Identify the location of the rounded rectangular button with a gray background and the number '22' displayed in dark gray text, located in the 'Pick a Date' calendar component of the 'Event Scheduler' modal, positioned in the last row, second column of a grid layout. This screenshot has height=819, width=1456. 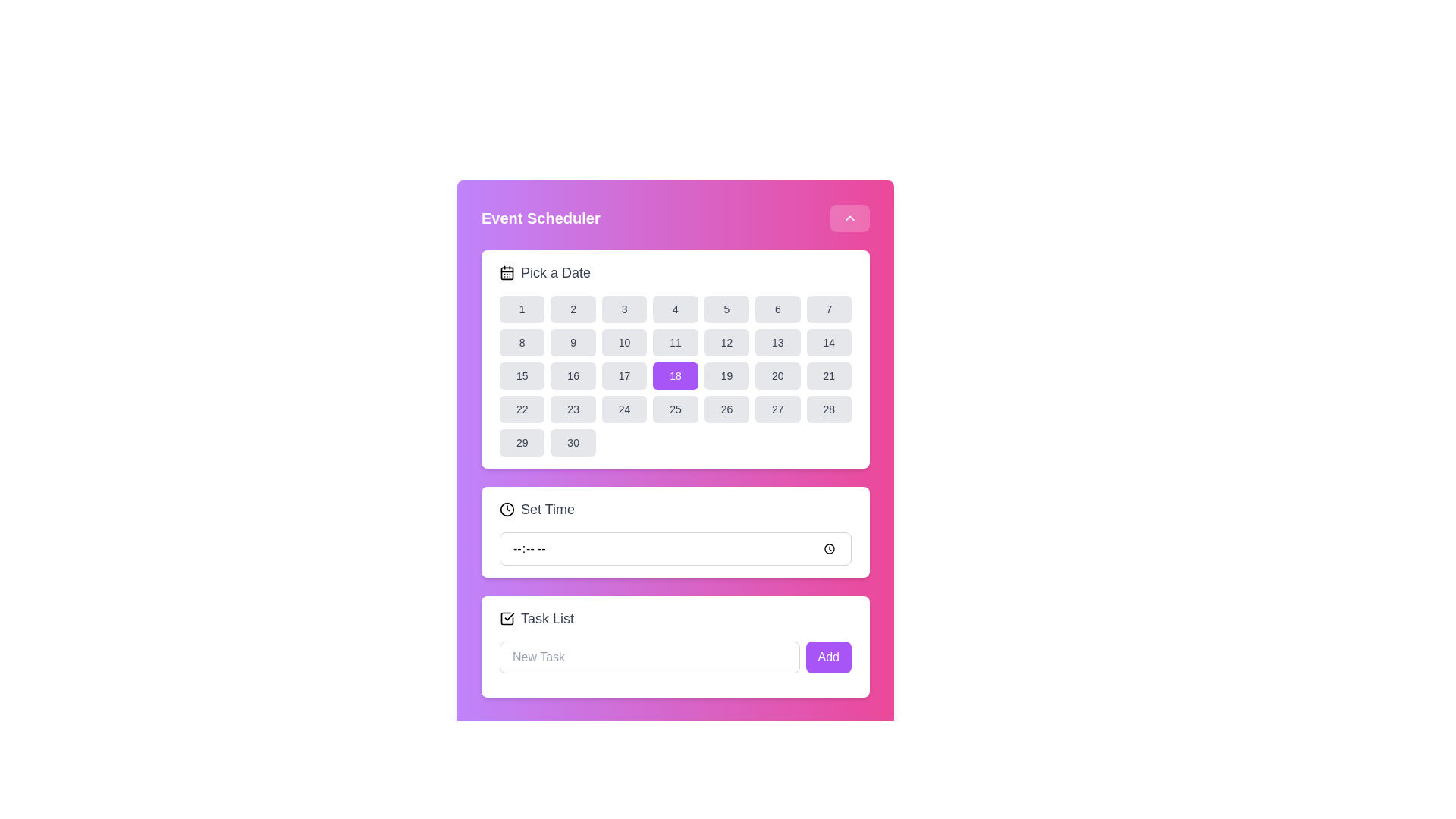
(522, 409).